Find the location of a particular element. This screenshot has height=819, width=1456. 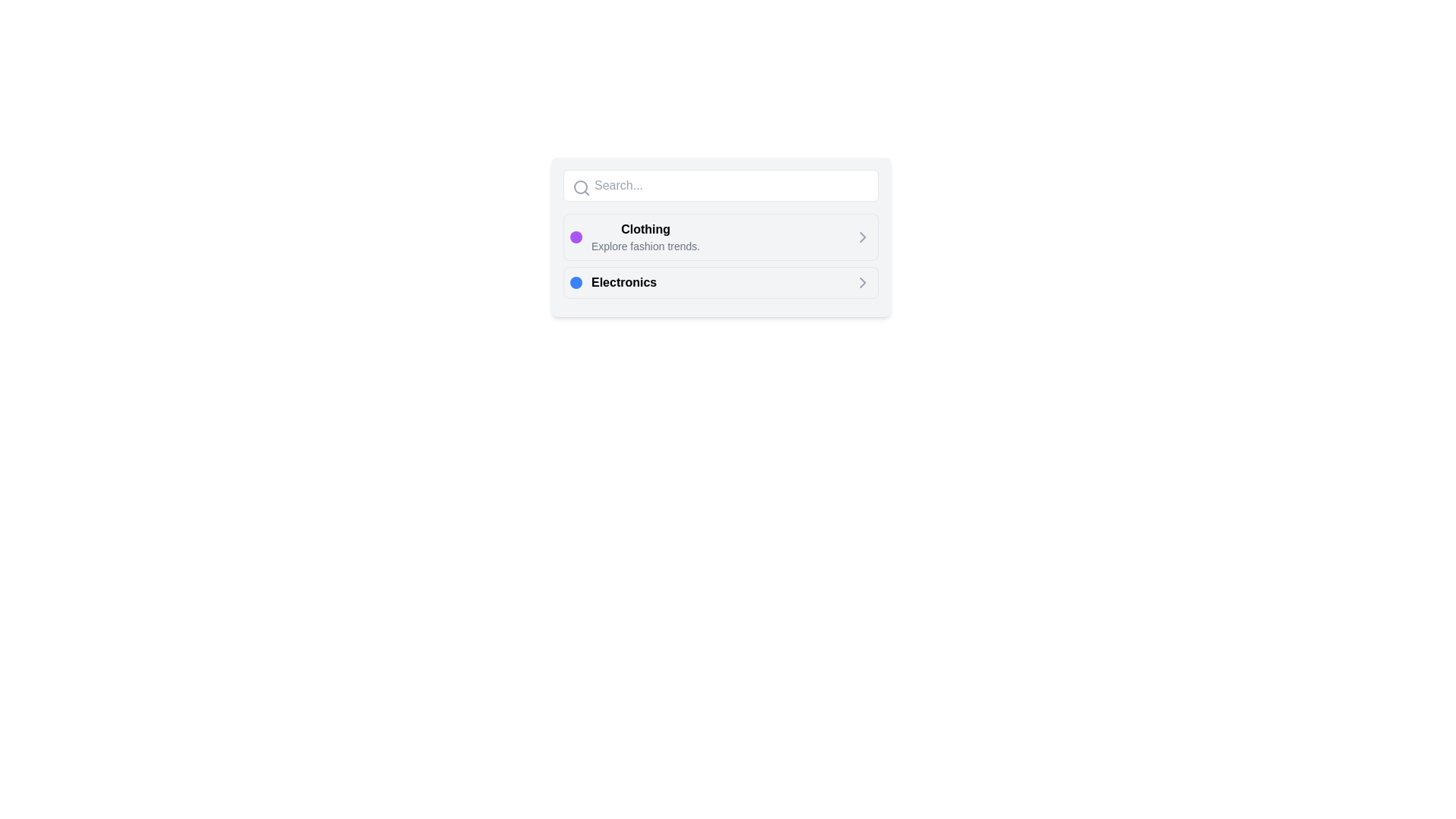

the right-pointing triangular Arrow icon located on the far right side of the 'Electronics' list item, adjacent to the text 'Electronics' is located at coordinates (862, 283).